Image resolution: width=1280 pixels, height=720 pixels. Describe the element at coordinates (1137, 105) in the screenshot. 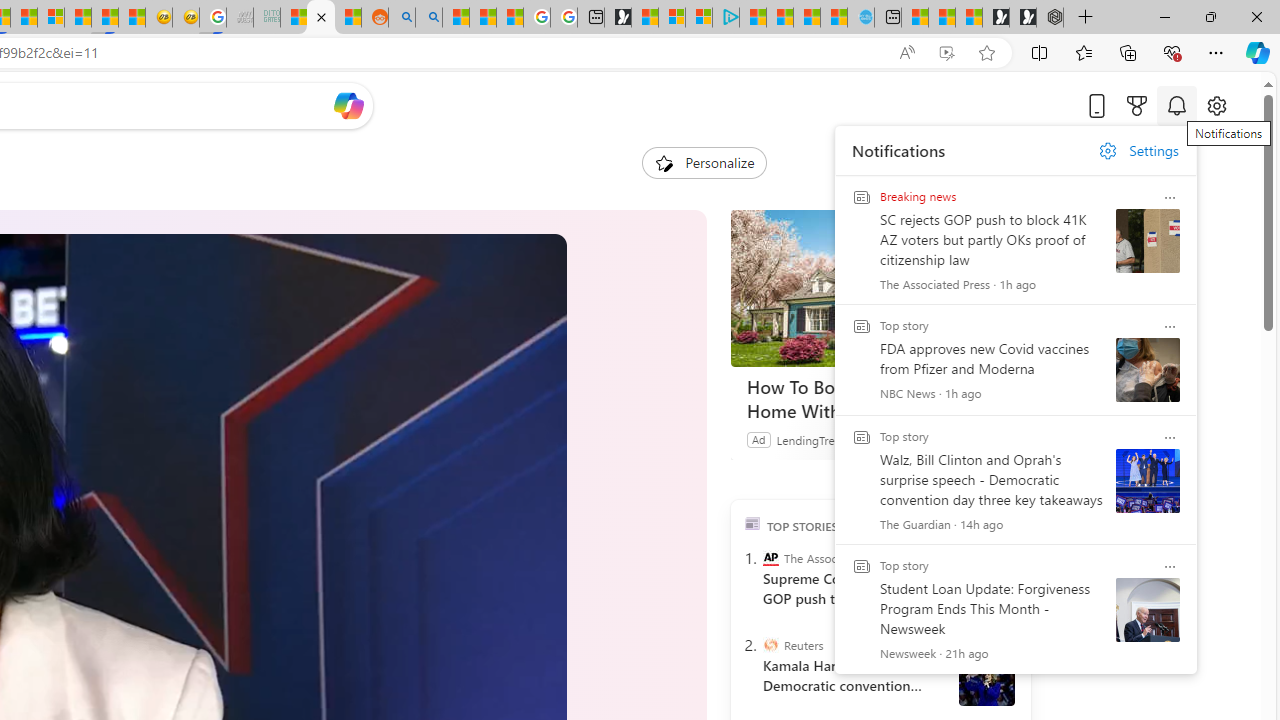

I see `'Microsoft rewards'` at that location.